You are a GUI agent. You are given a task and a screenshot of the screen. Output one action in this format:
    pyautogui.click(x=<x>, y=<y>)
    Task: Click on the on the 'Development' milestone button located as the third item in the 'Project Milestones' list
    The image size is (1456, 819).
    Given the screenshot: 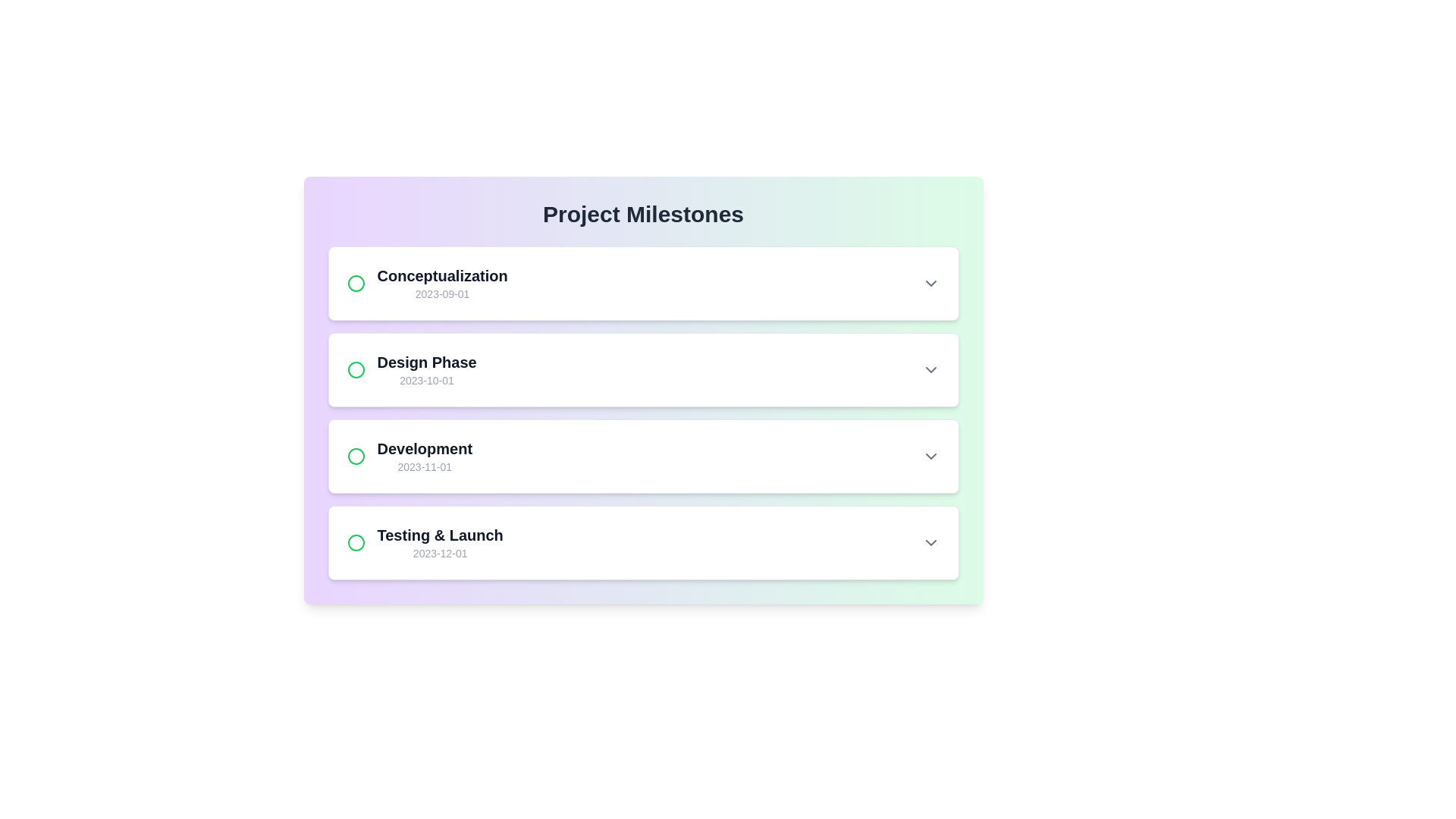 What is the action you would take?
    pyautogui.click(x=643, y=455)
    